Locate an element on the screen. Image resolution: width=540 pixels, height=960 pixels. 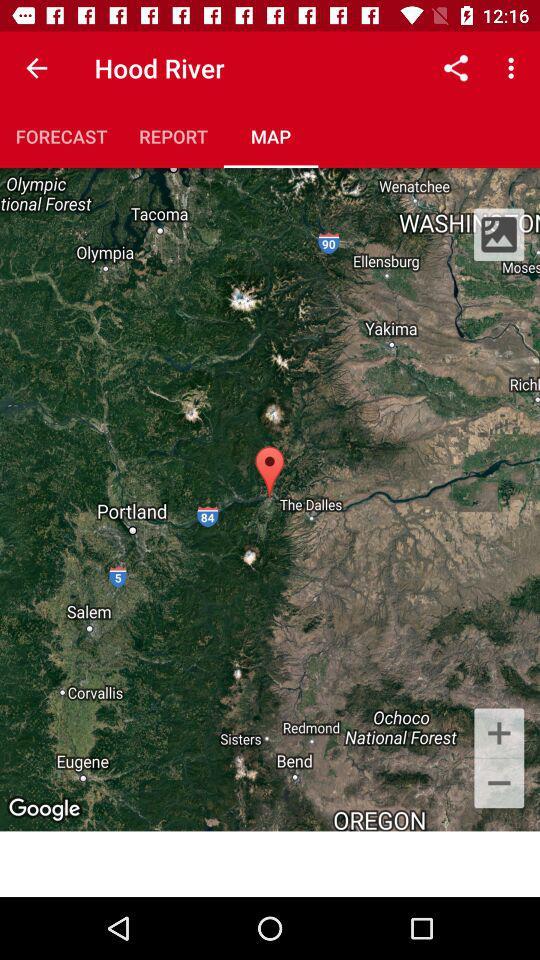
the item to the left of hood river icon is located at coordinates (36, 68).